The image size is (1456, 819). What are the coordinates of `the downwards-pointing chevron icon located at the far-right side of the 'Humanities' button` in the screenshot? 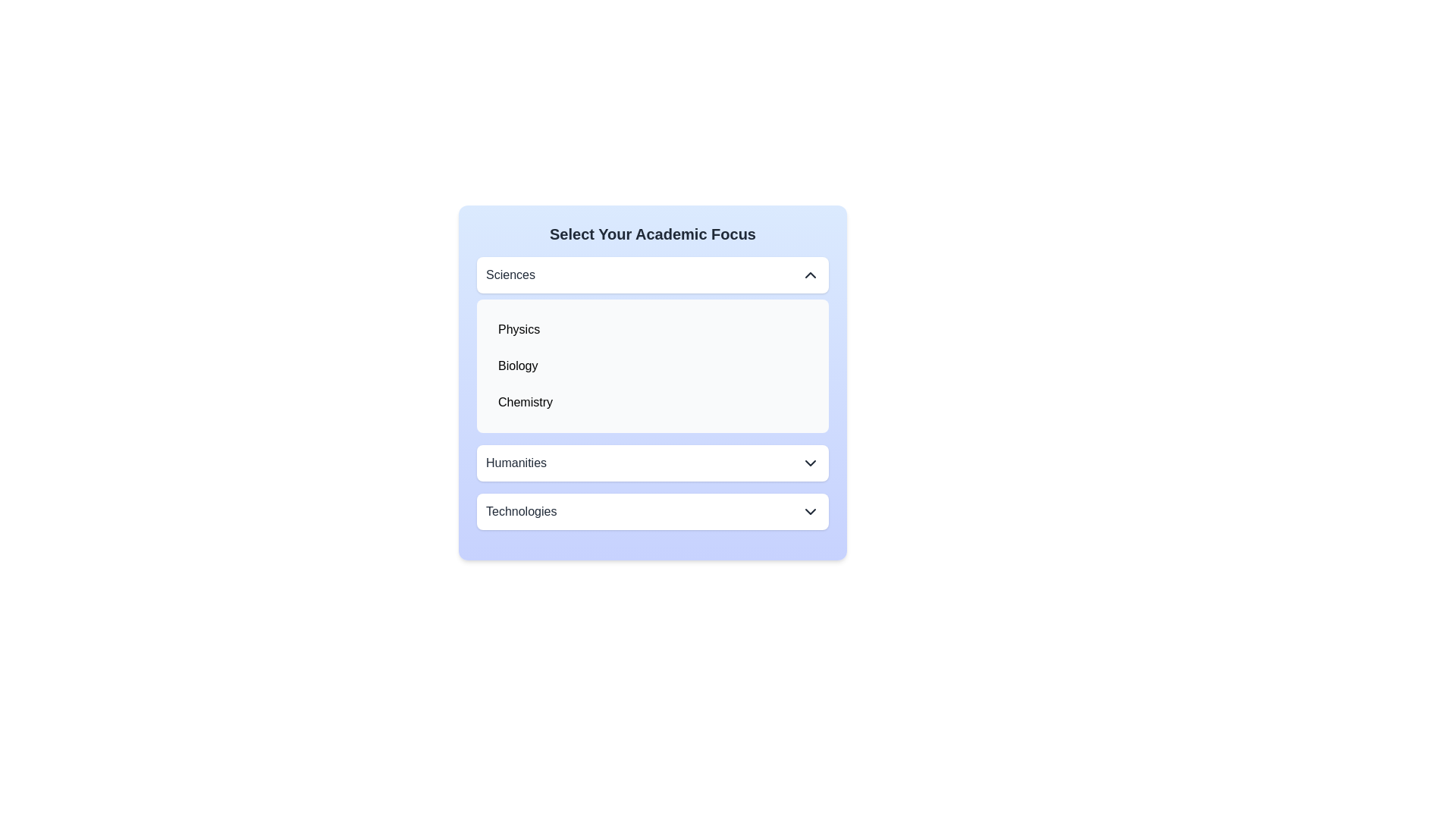 It's located at (810, 462).